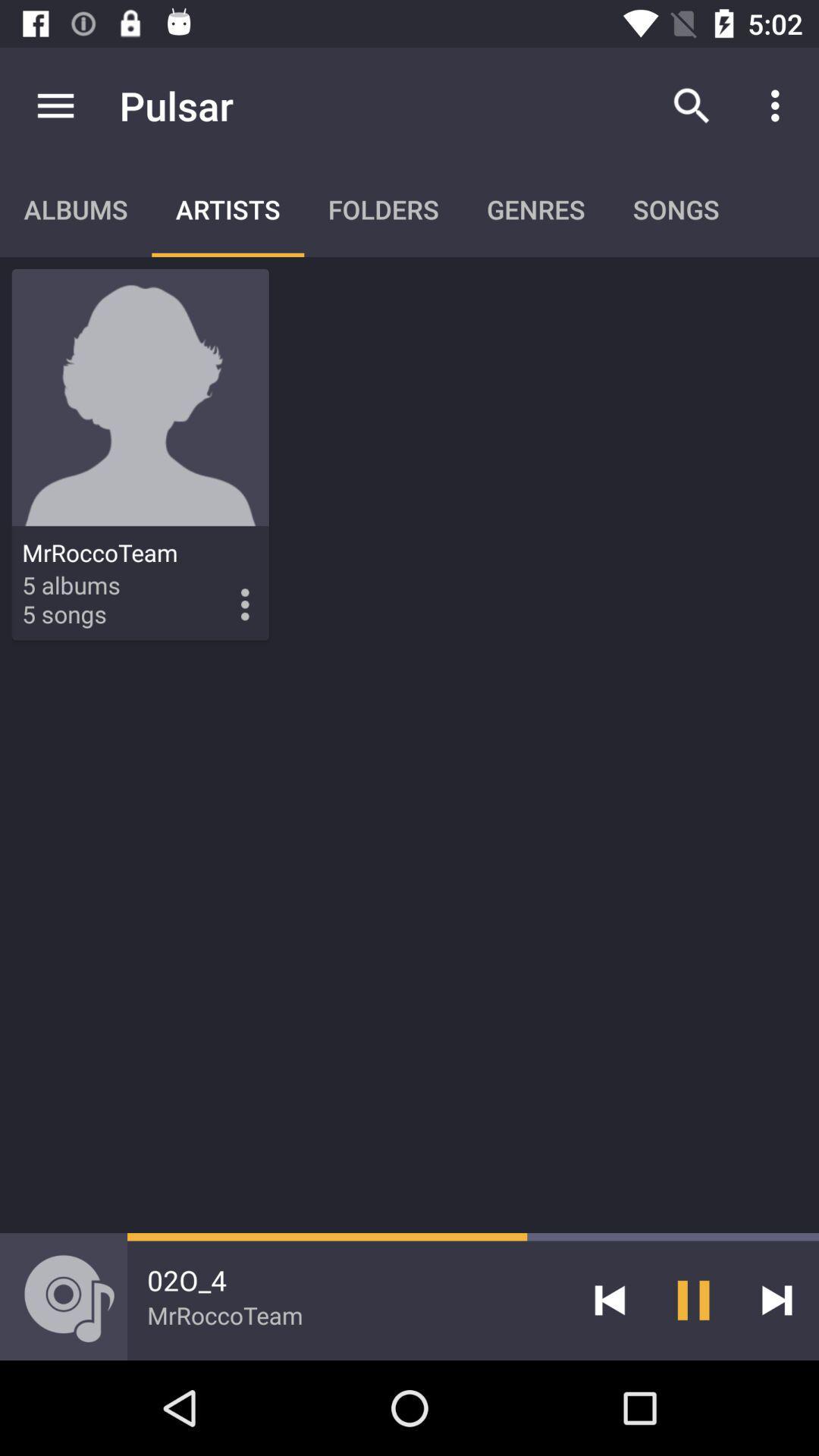 This screenshot has width=819, height=1456. What do you see at coordinates (691, 105) in the screenshot?
I see `item above the songs icon` at bounding box center [691, 105].